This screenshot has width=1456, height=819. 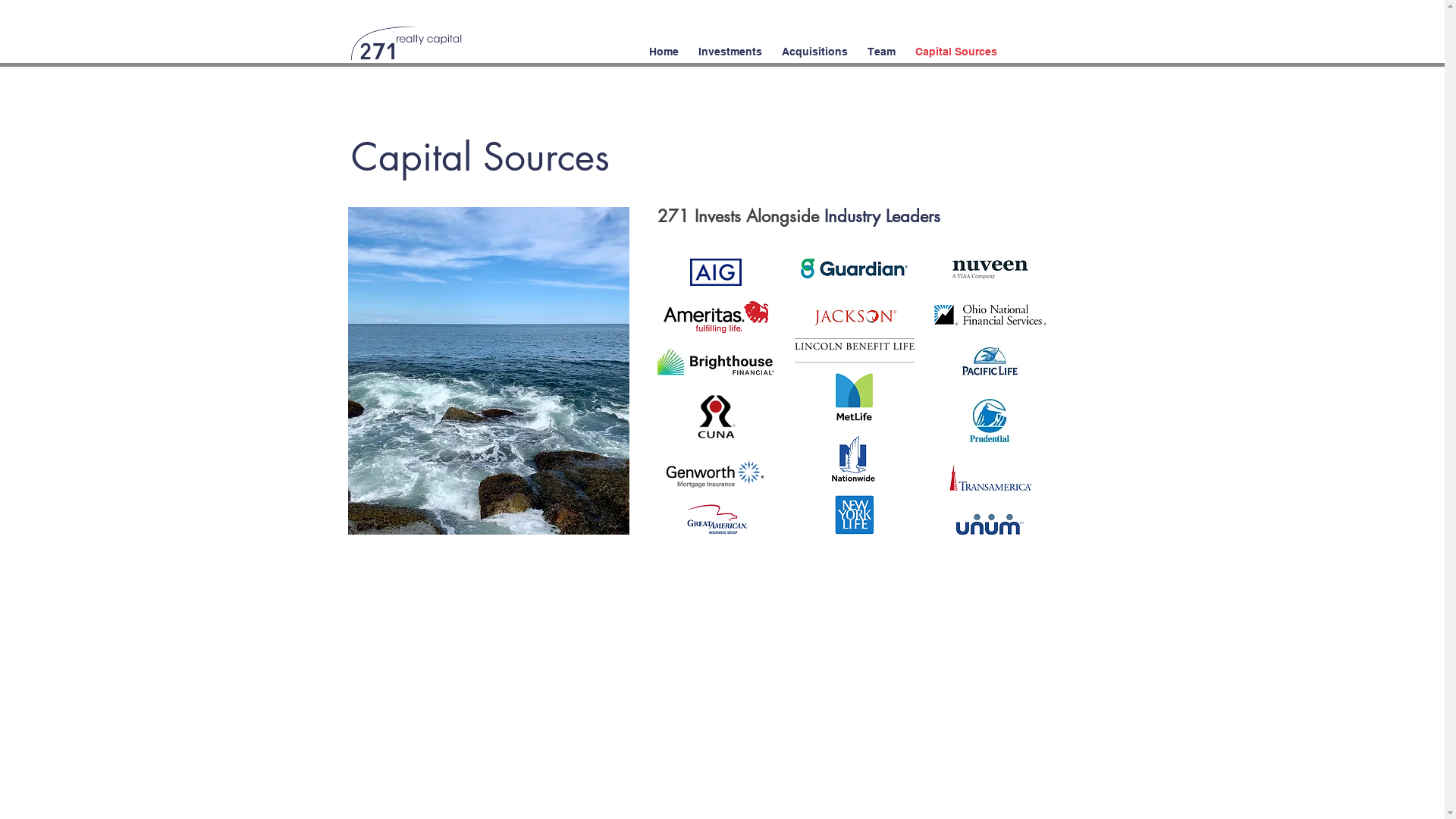 I want to click on 'Capital Sources', so click(x=905, y=44).